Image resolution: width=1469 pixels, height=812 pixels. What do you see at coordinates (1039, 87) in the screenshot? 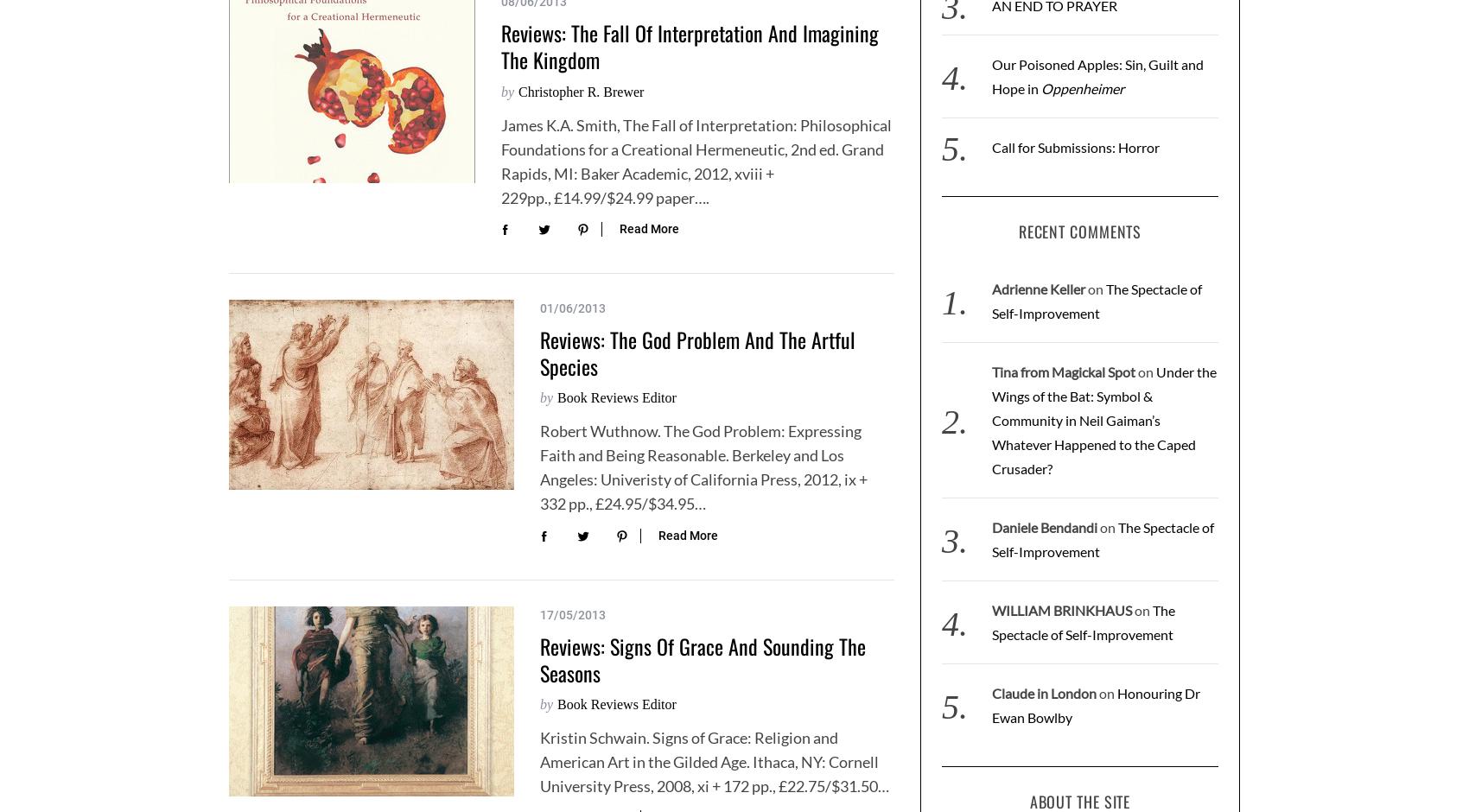
I see `'Oppenheimer'` at bounding box center [1039, 87].